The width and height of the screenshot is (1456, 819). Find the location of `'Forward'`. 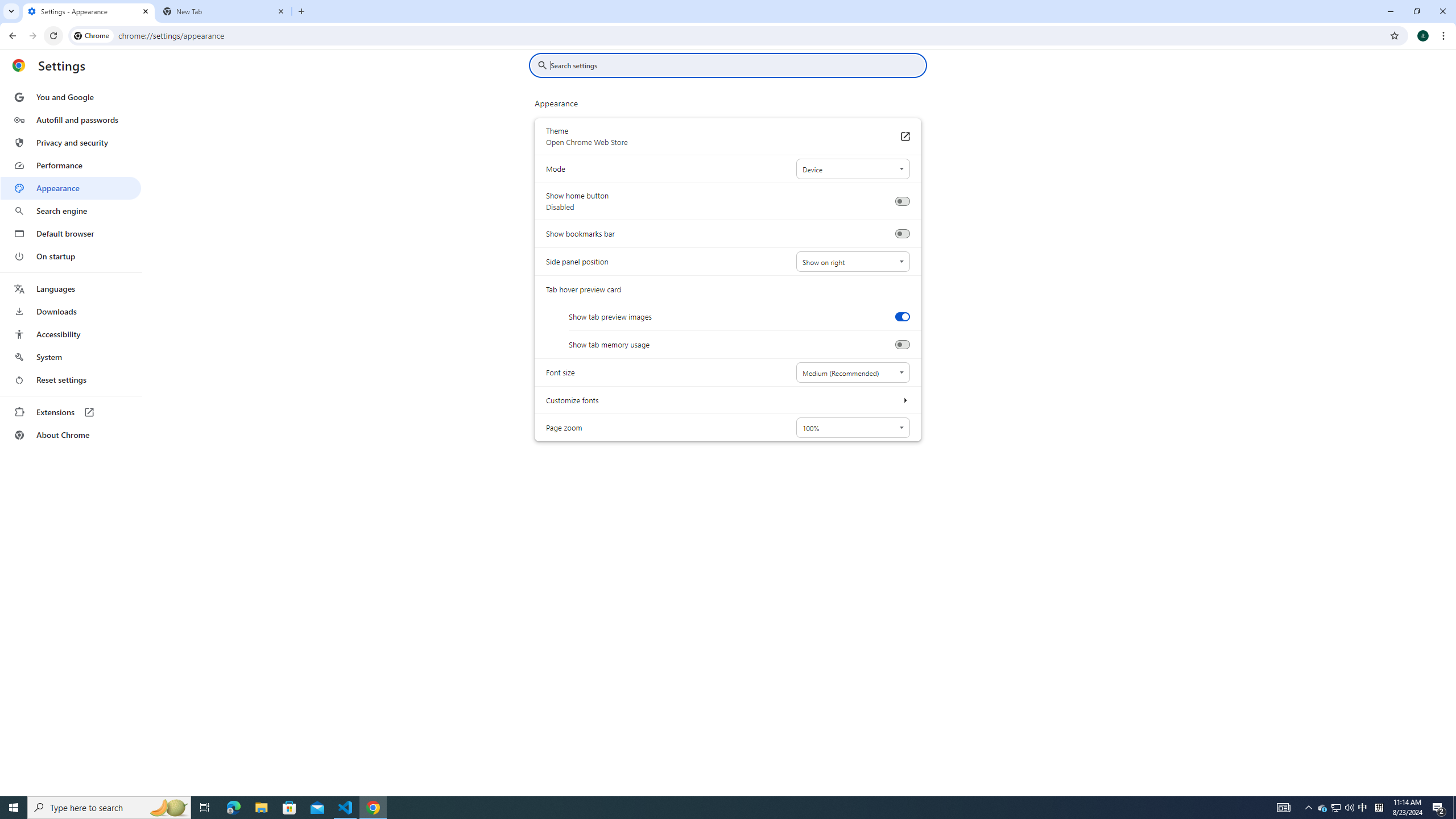

'Forward' is located at coordinates (32, 35).